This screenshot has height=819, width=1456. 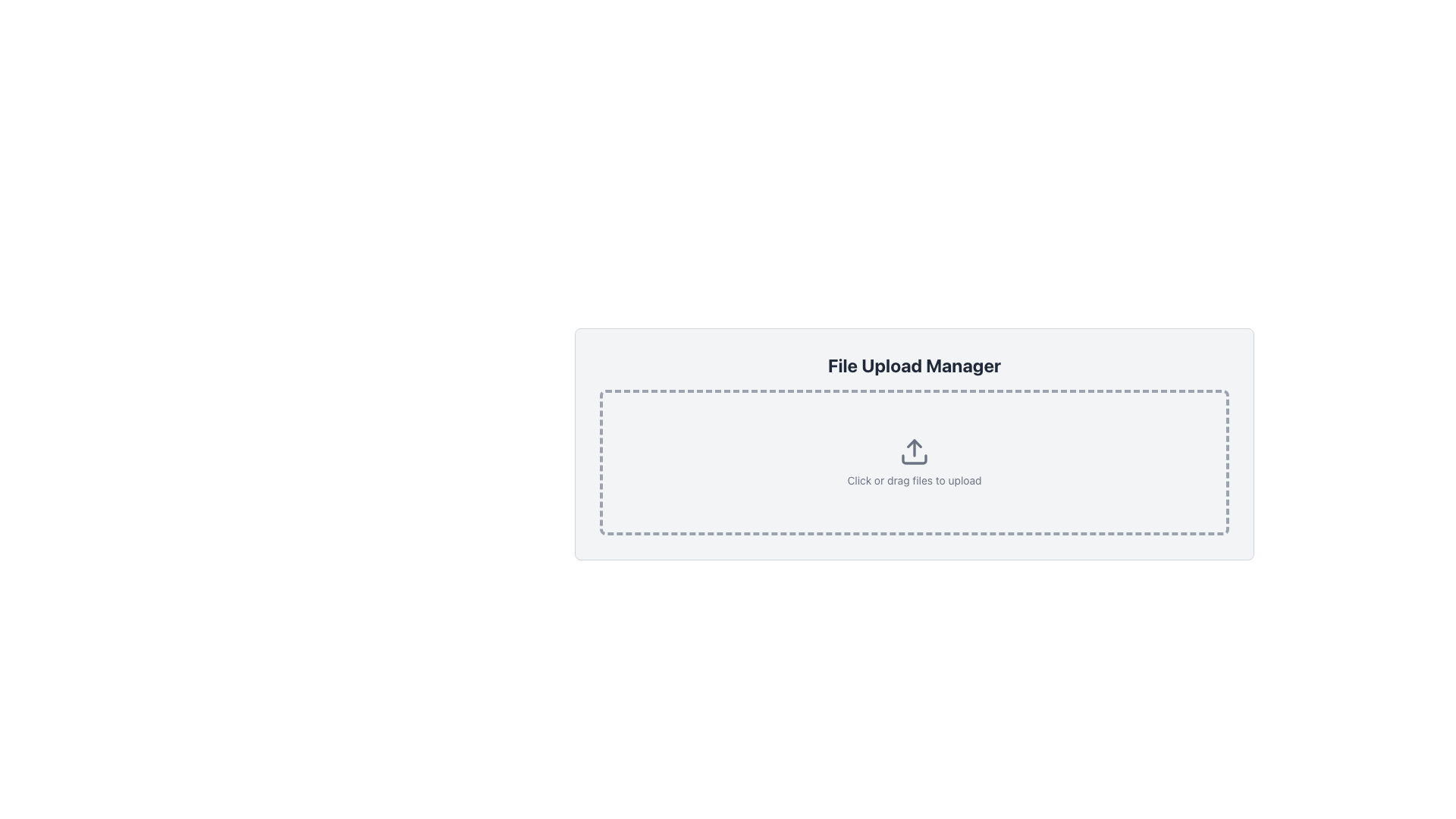 What do you see at coordinates (913, 451) in the screenshot?
I see `the upload icon, which is a gray rounded shape with an upward arrow, located above the text 'Click or drag files to upload'` at bounding box center [913, 451].